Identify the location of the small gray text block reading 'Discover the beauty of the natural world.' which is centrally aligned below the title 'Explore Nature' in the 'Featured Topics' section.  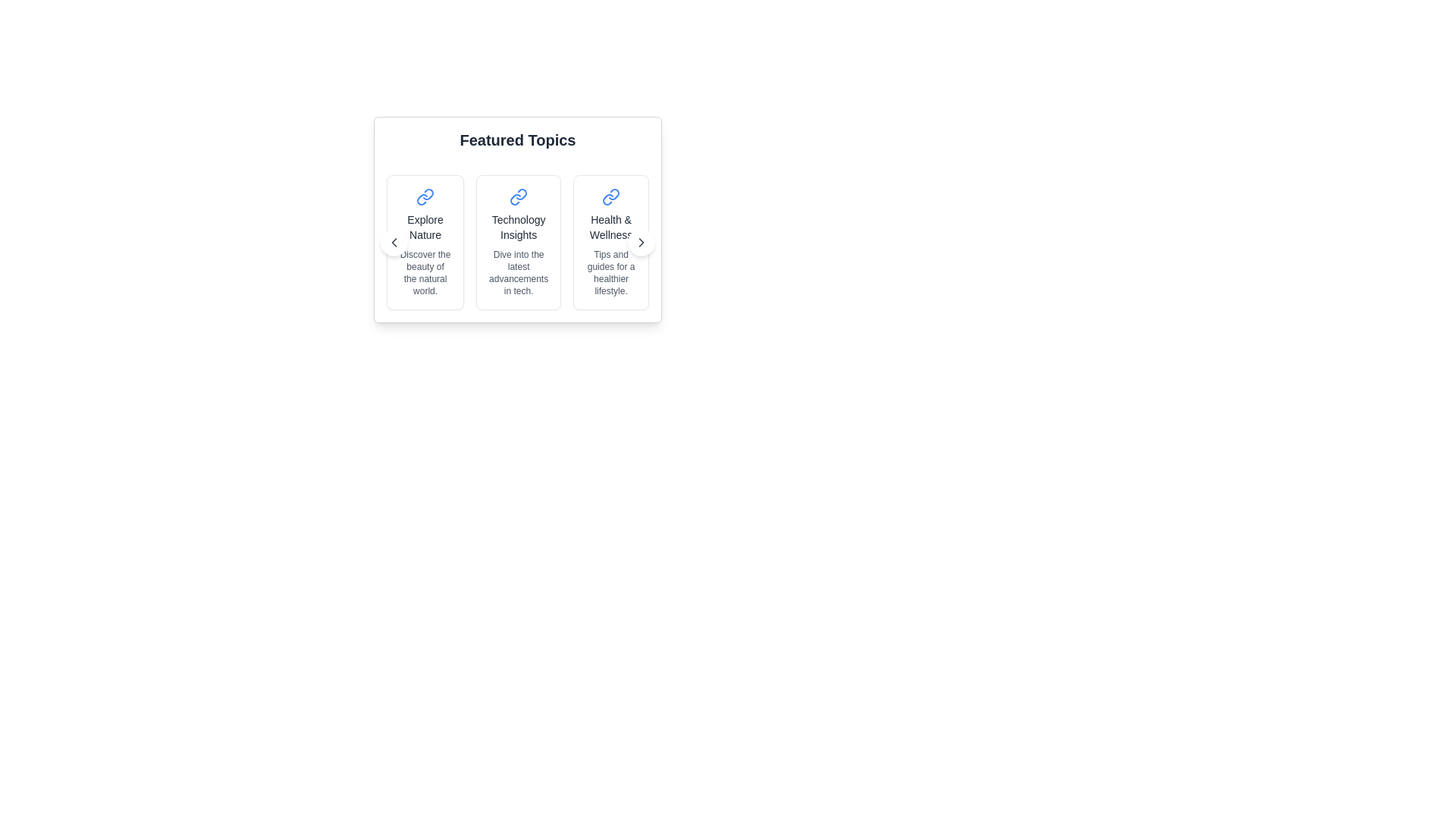
(425, 271).